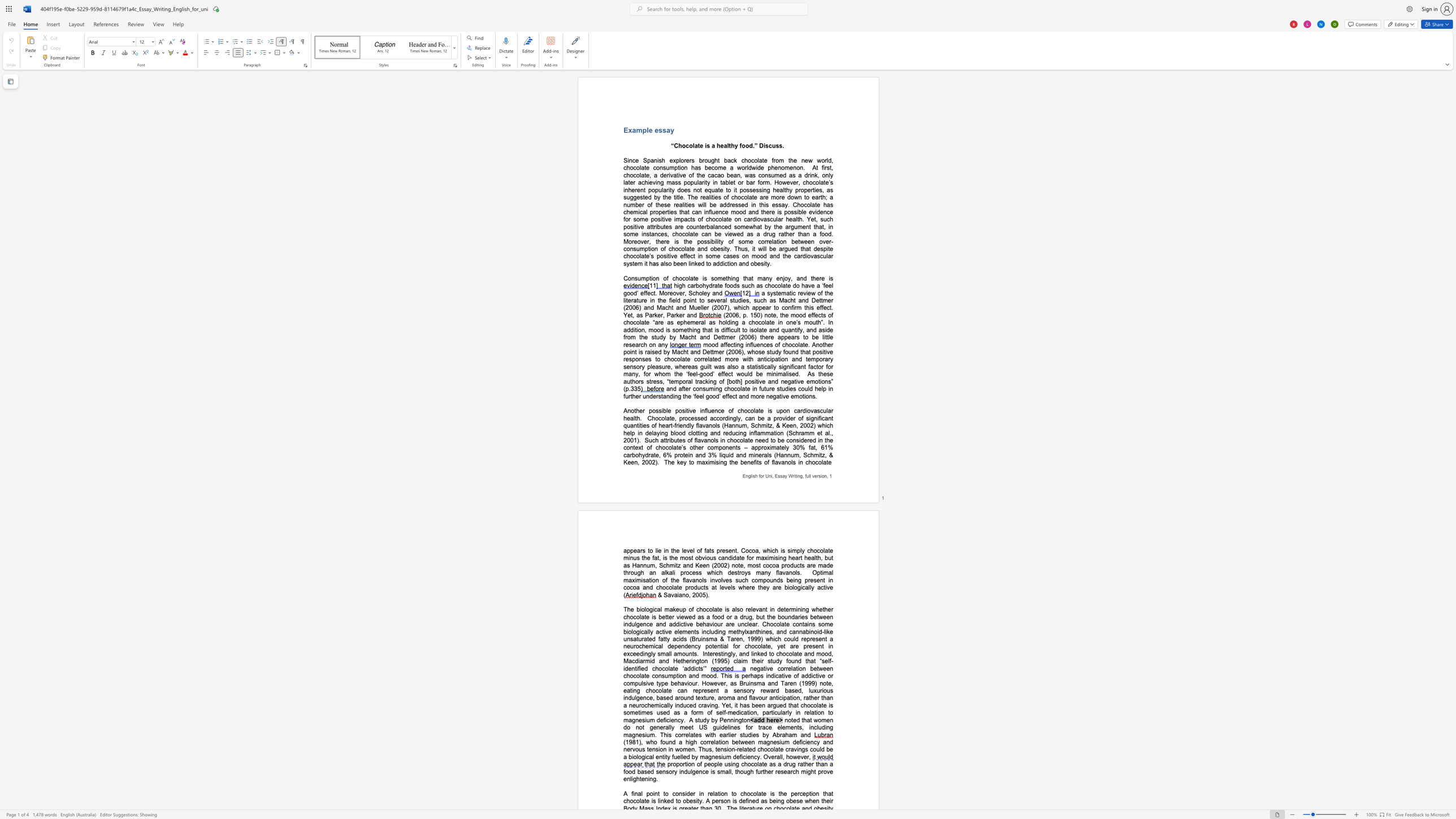 This screenshot has width=1456, height=819. I want to click on the 1th character "e" in the text, so click(725, 720).